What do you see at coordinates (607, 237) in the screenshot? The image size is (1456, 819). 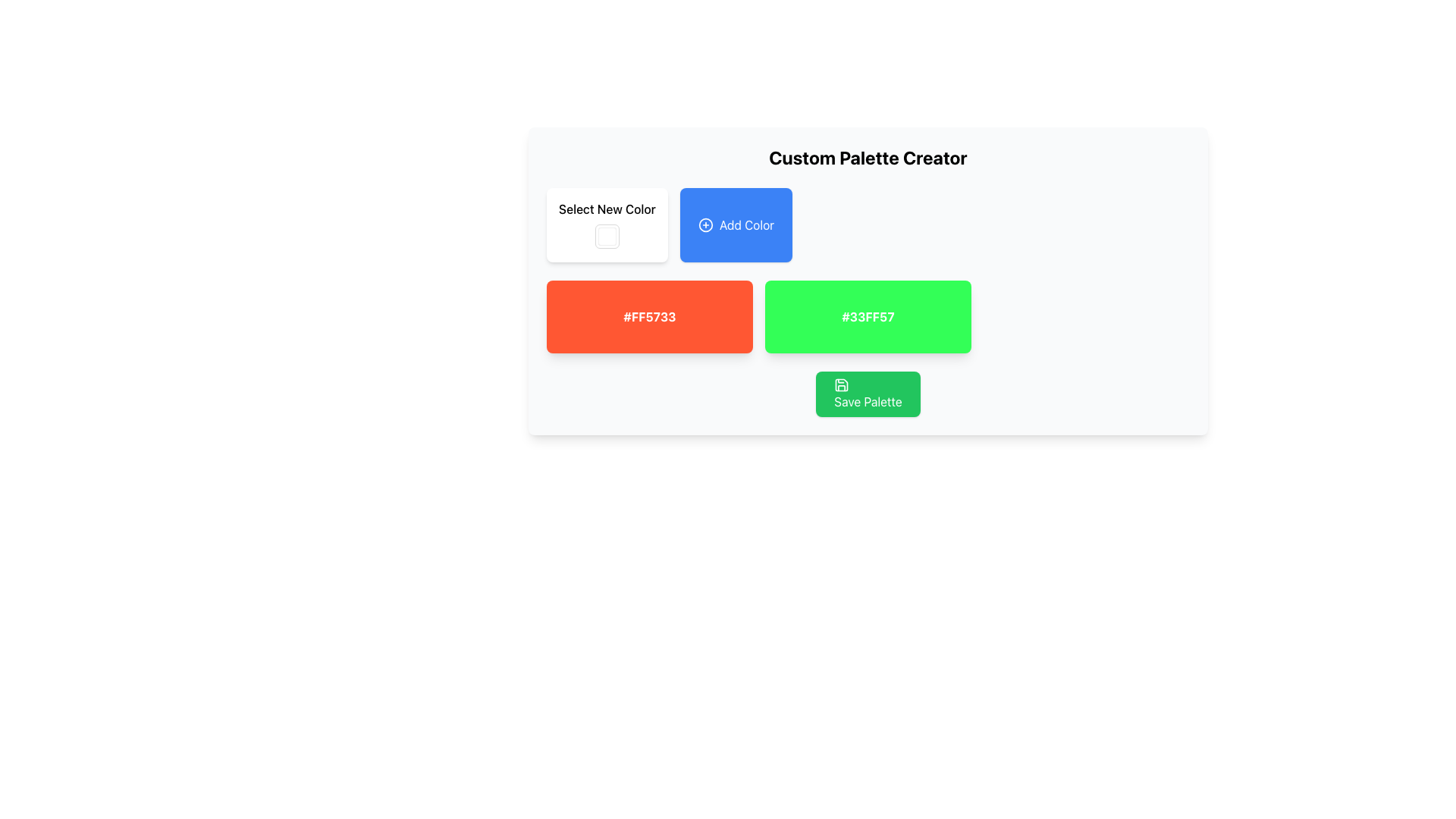 I see `the Color Picker Preview, a small square area with a white background located within the 'Select New Color' tile` at bounding box center [607, 237].